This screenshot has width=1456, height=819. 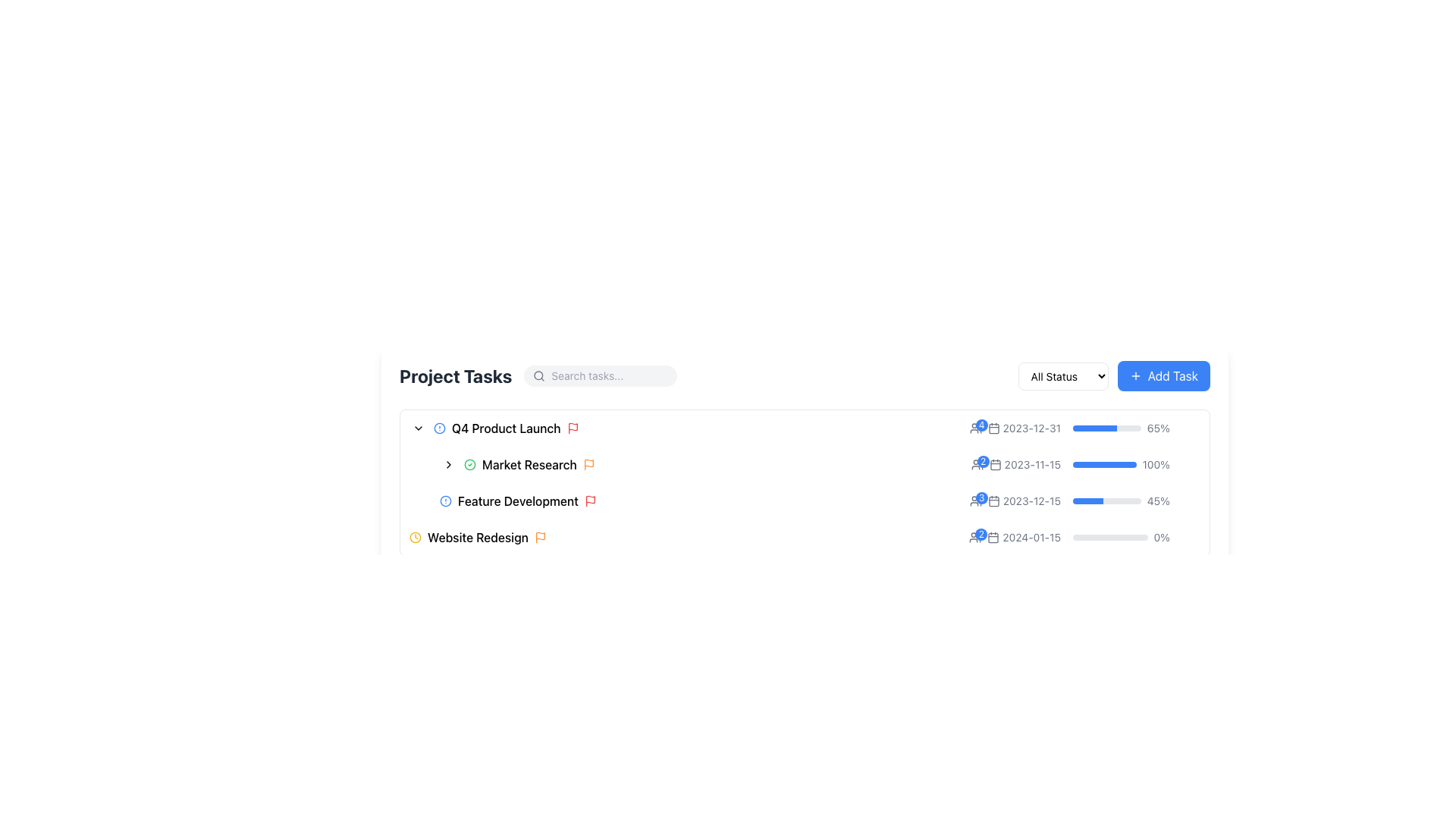 What do you see at coordinates (995, 464) in the screenshot?
I see `the calendar-specific icon, which is a rounded rectangle shape located within the calendar SVG icon, positioned to the right of task items` at bounding box center [995, 464].